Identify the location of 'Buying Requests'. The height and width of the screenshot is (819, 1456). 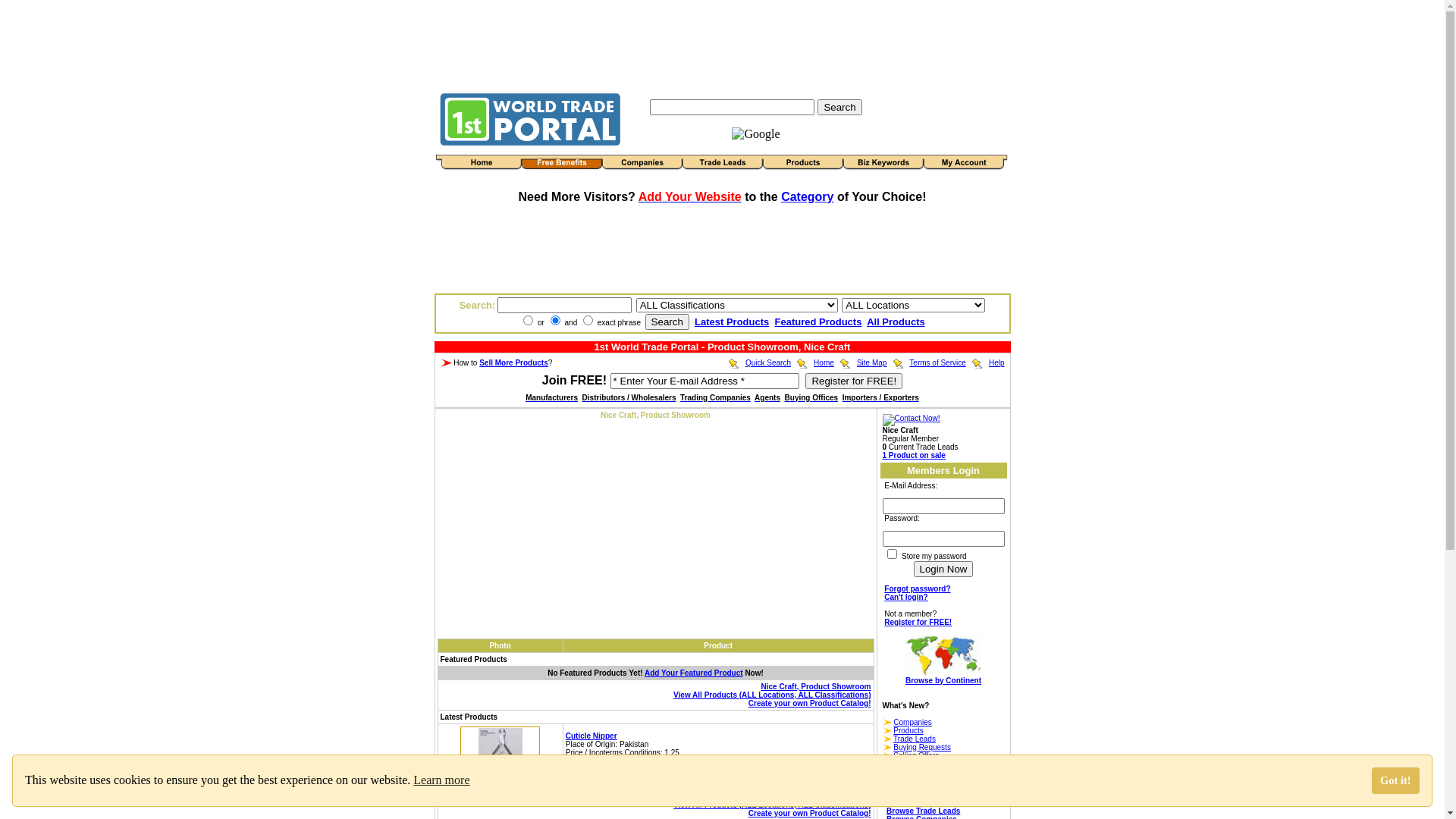
(921, 746).